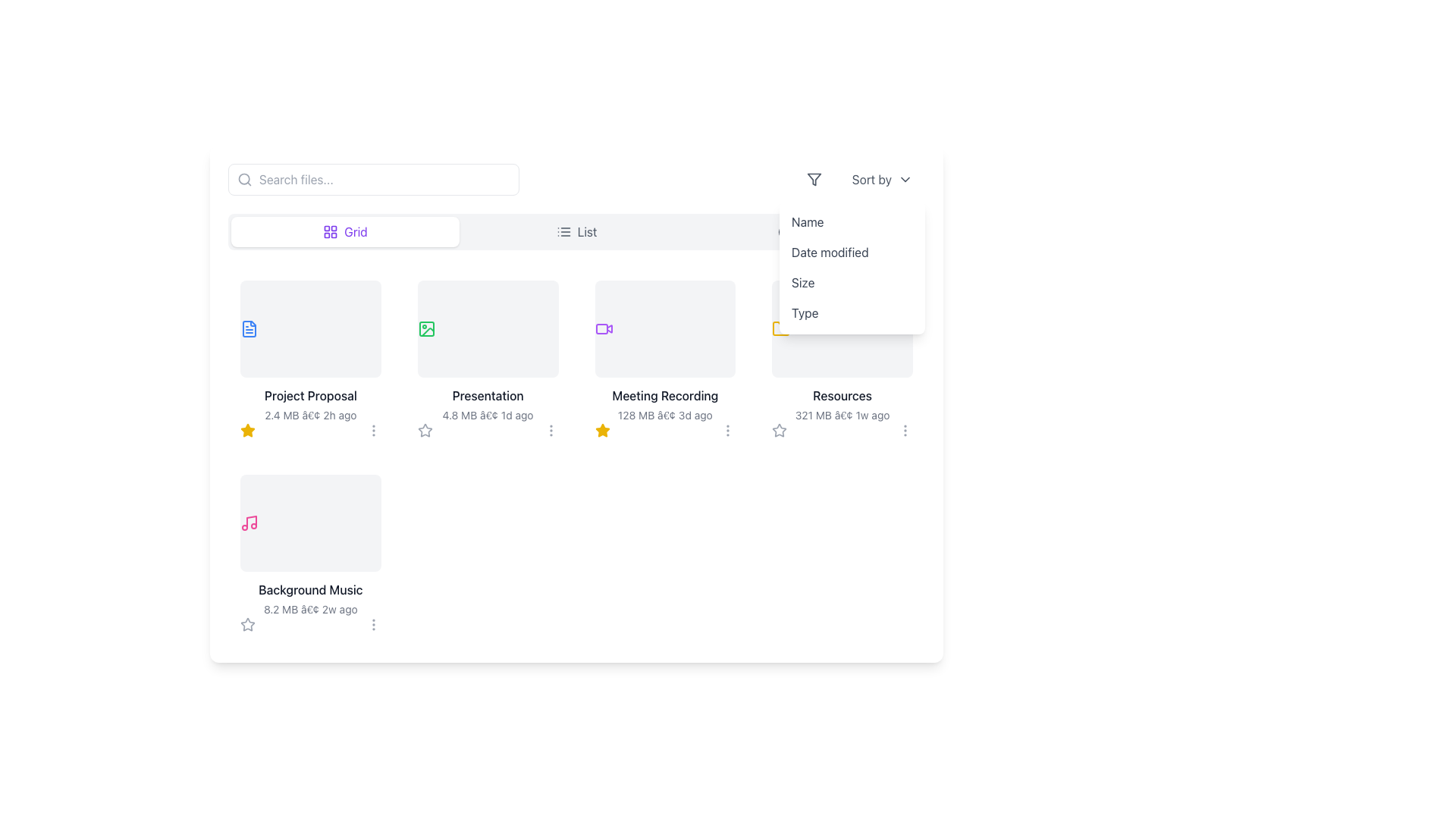 This screenshot has height=819, width=1456. Describe the element at coordinates (344, 231) in the screenshot. I see `the toggle button for grid layout located at the top-center of the interface` at that location.